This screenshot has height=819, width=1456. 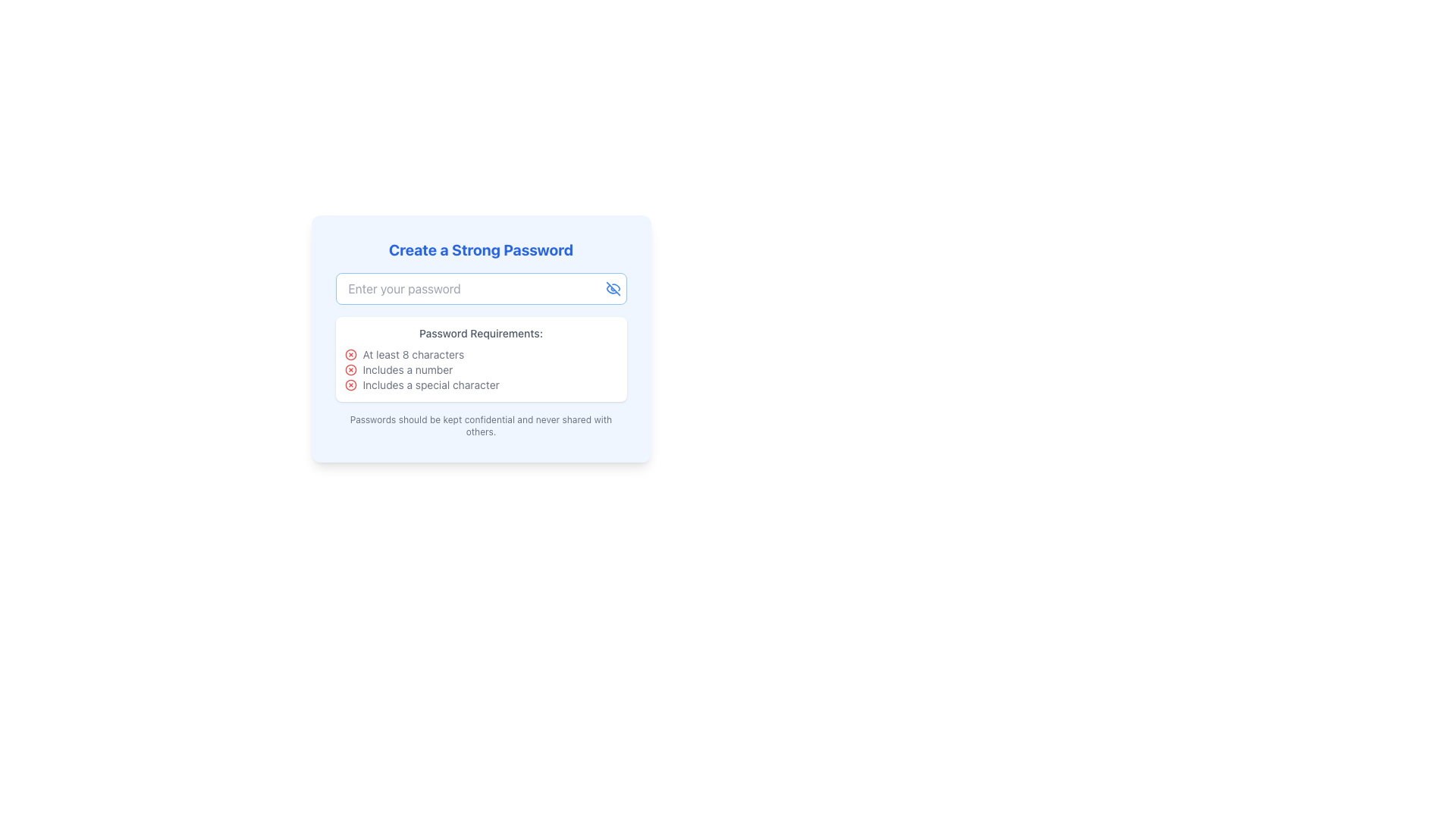 I want to click on the password requirement indicator that shows whether a number is included in the password, which is the second item in the list of password requirements, so click(x=480, y=370).